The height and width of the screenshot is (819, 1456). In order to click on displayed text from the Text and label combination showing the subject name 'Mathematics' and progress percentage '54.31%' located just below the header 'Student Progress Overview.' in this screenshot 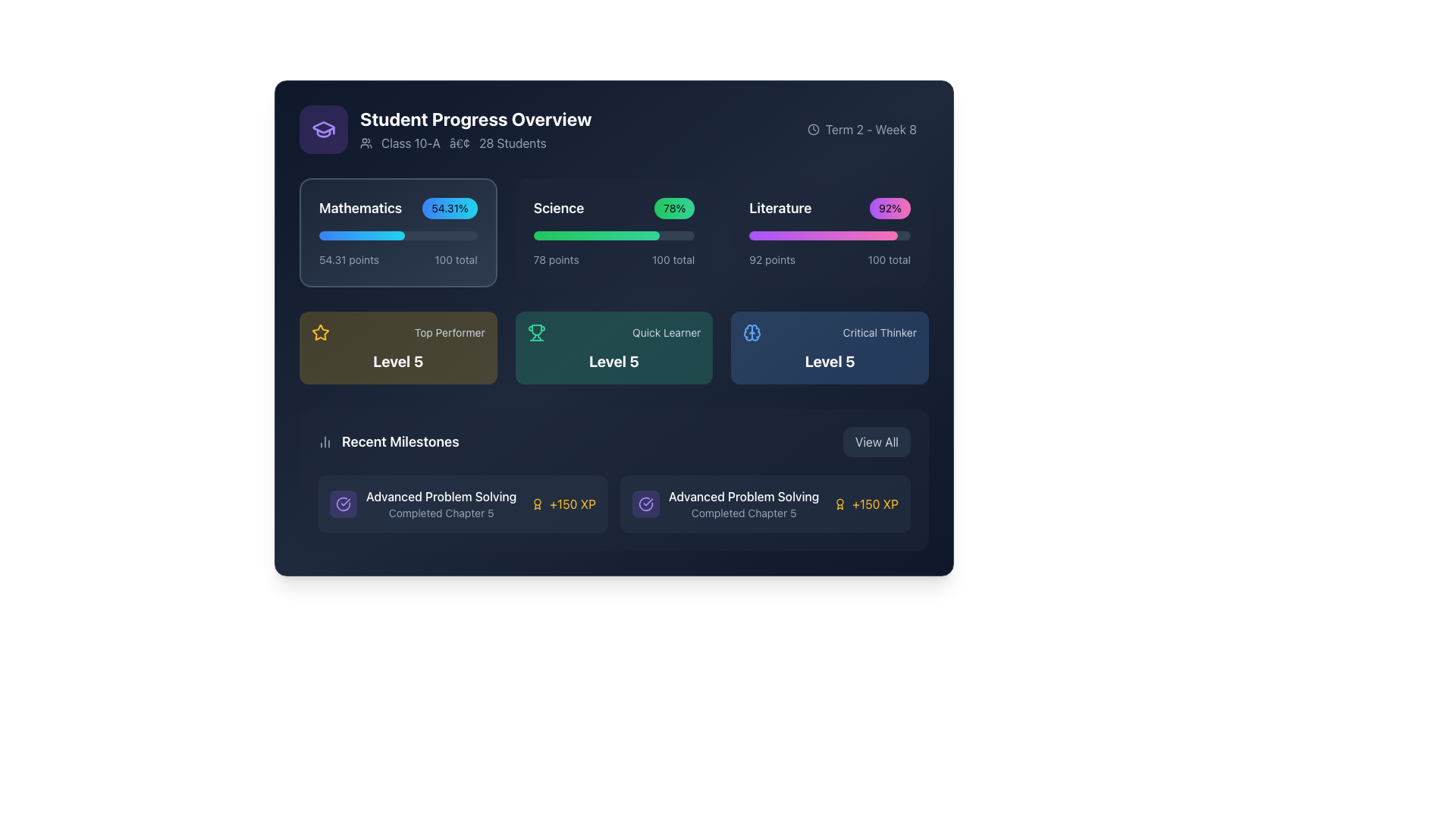, I will do `click(398, 208)`.